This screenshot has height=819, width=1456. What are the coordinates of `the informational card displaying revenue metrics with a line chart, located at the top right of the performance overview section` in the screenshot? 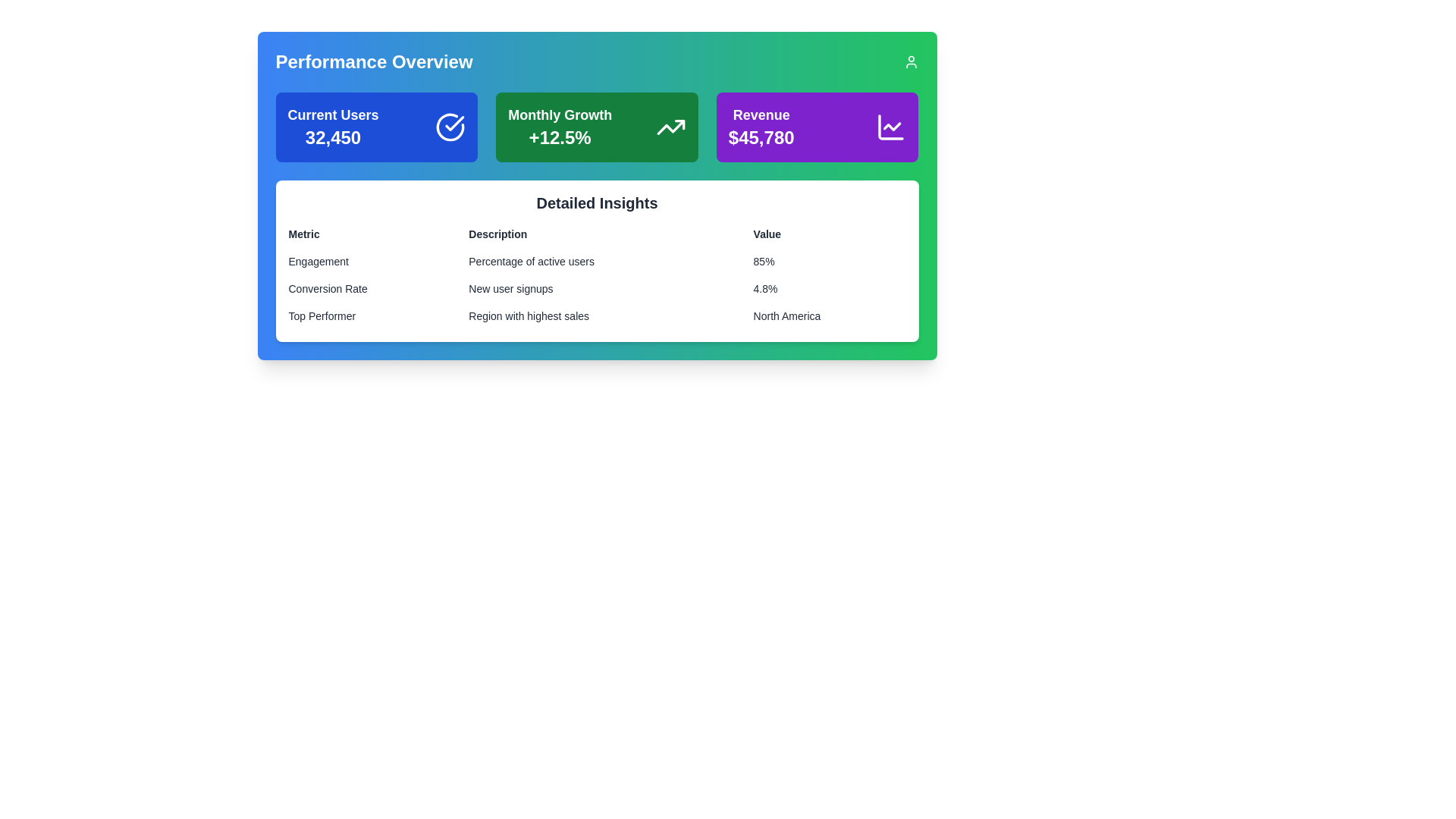 It's located at (817, 127).